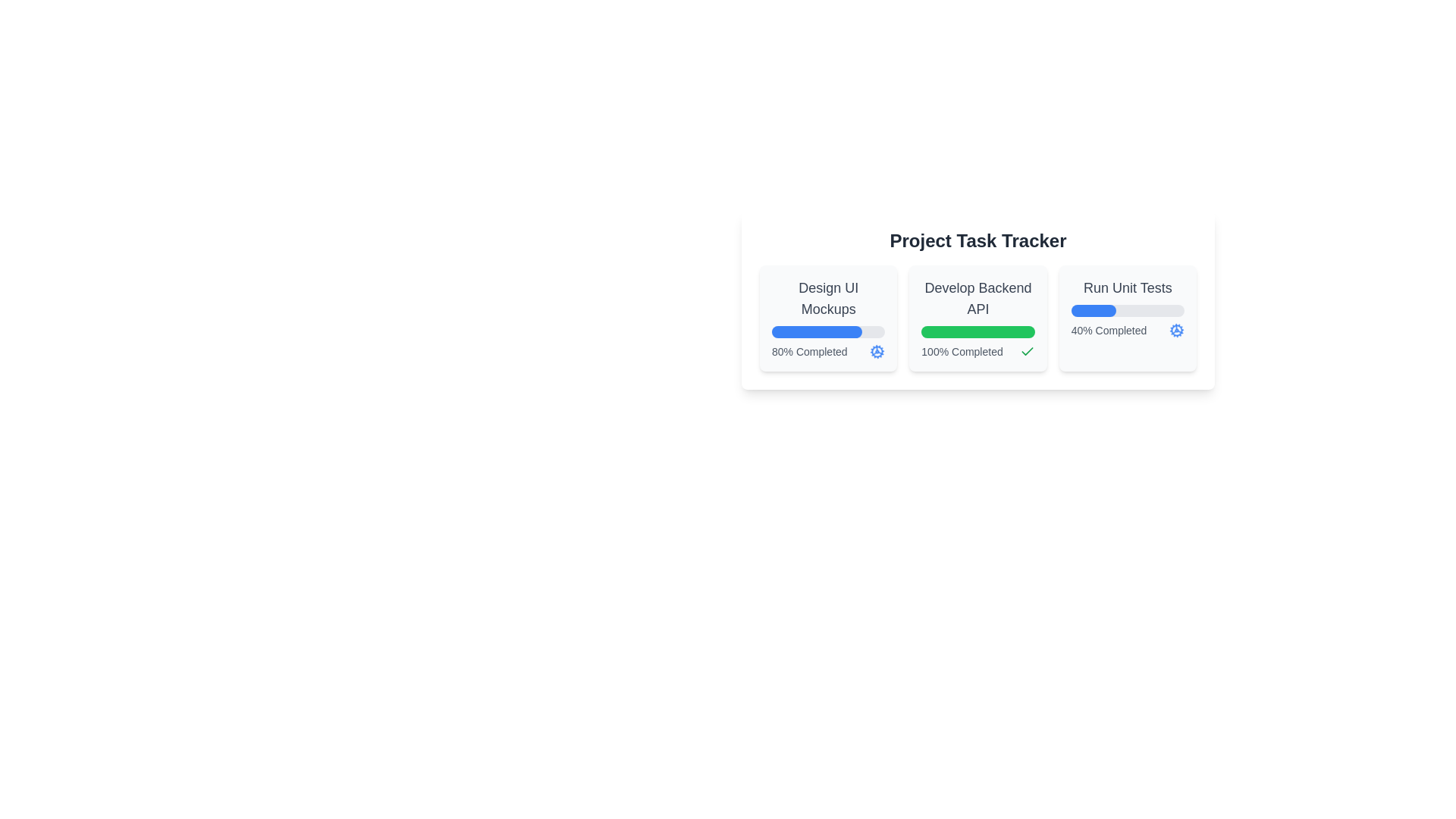  Describe the element at coordinates (808, 351) in the screenshot. I see `the static text label that reads '80% Completed', which is located below the 'Design UI Mockups' label and adjacent to a progress bar, to indicate its completion status` at that location.